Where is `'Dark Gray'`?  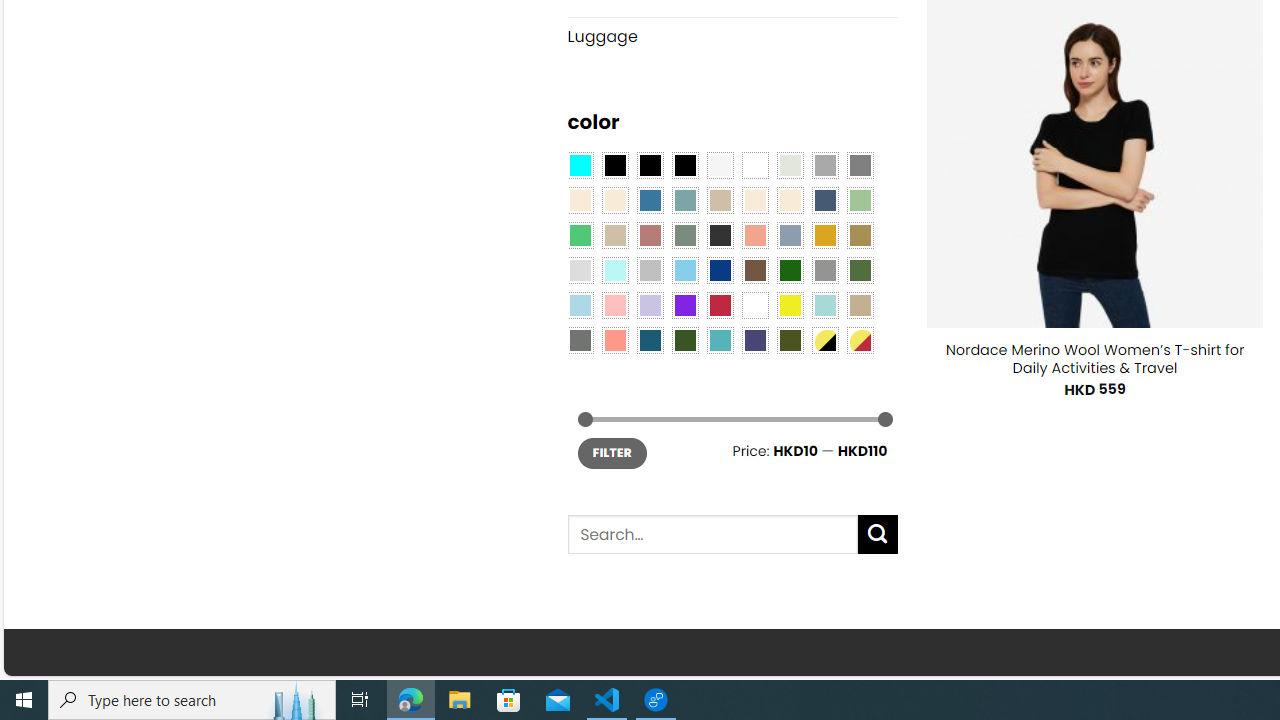
'Dark Gray' is located at coordinates (824, 163).